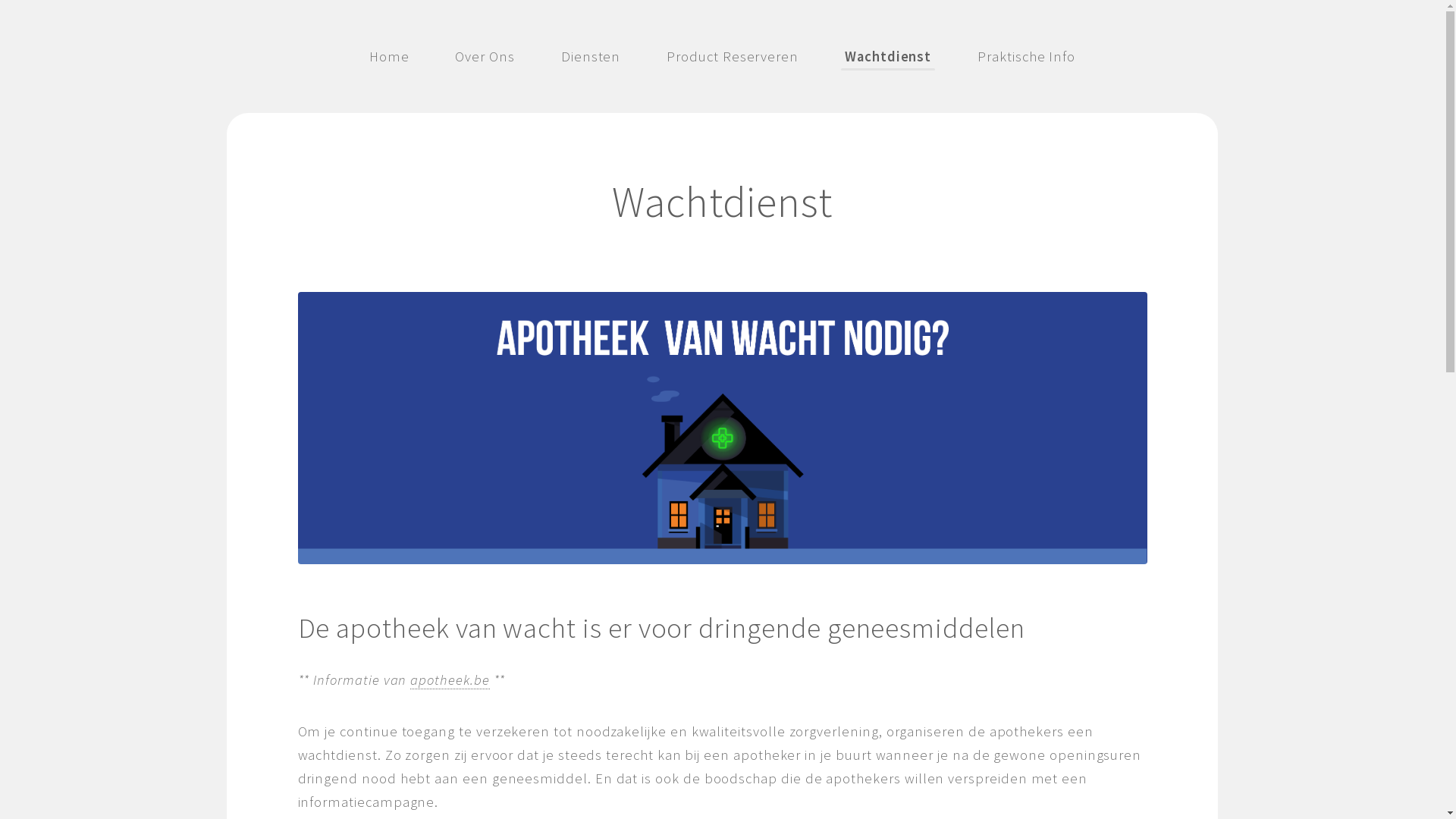  Describe the element at coordinates (449, 679) in the screenshot. I see `'apotheek.be'` at that location.